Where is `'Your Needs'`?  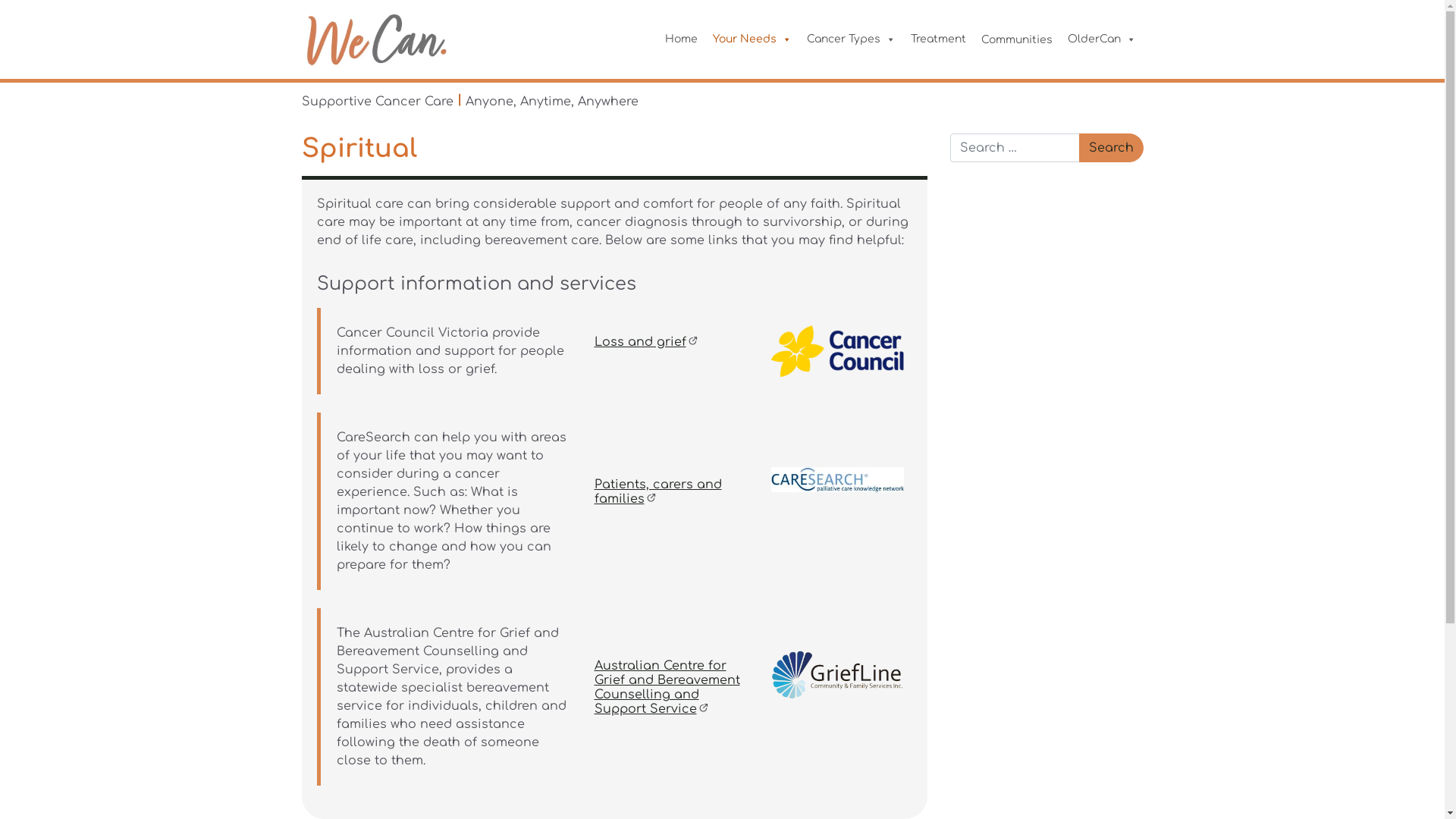 'Your Needs' is located at coordinates (752, 38).